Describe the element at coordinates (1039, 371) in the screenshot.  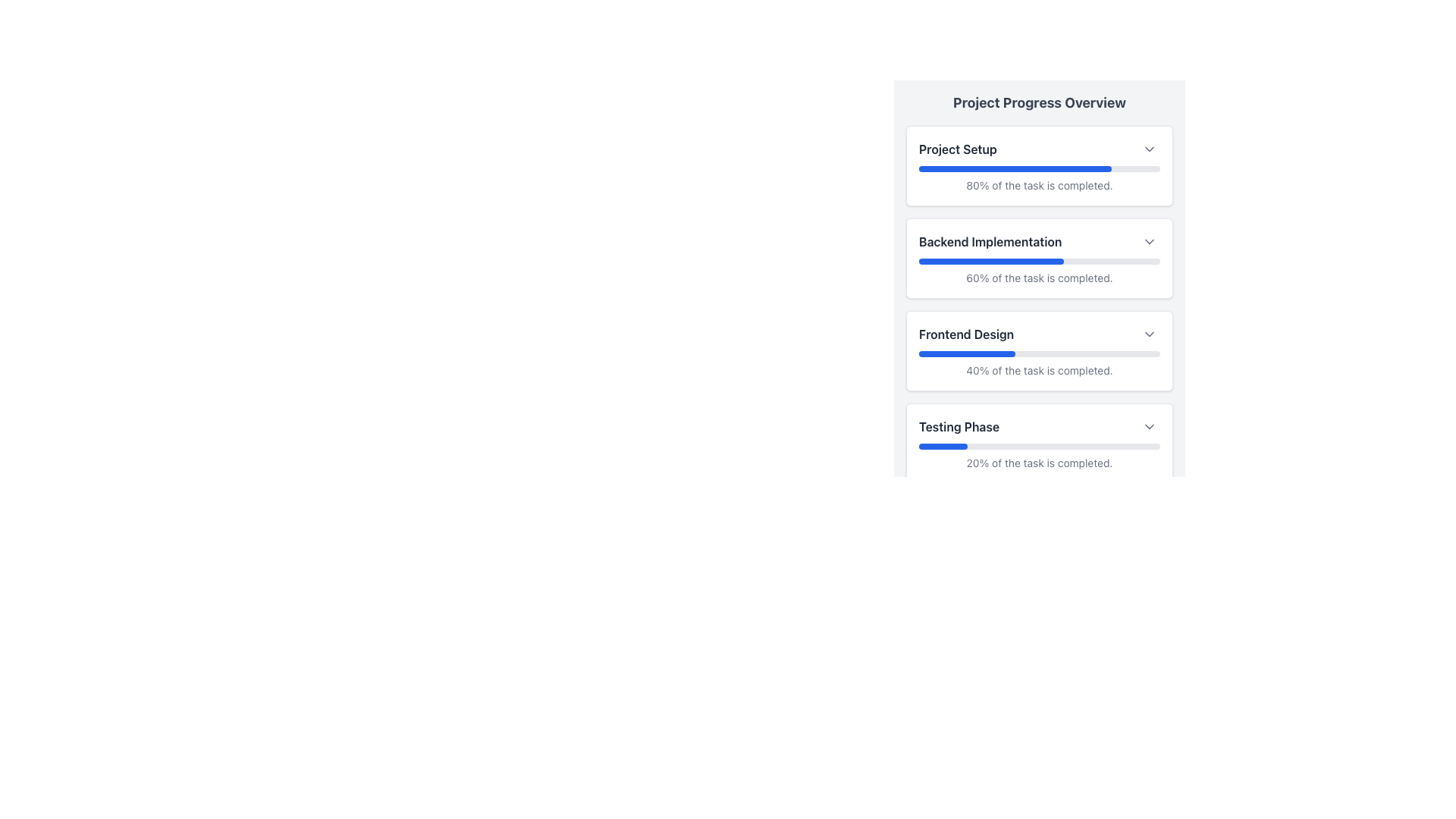
I see `the Text Label displaying '40% of the task is completed.' located beneath the blue progress bar in the 'Frontend Design' section` at that location.